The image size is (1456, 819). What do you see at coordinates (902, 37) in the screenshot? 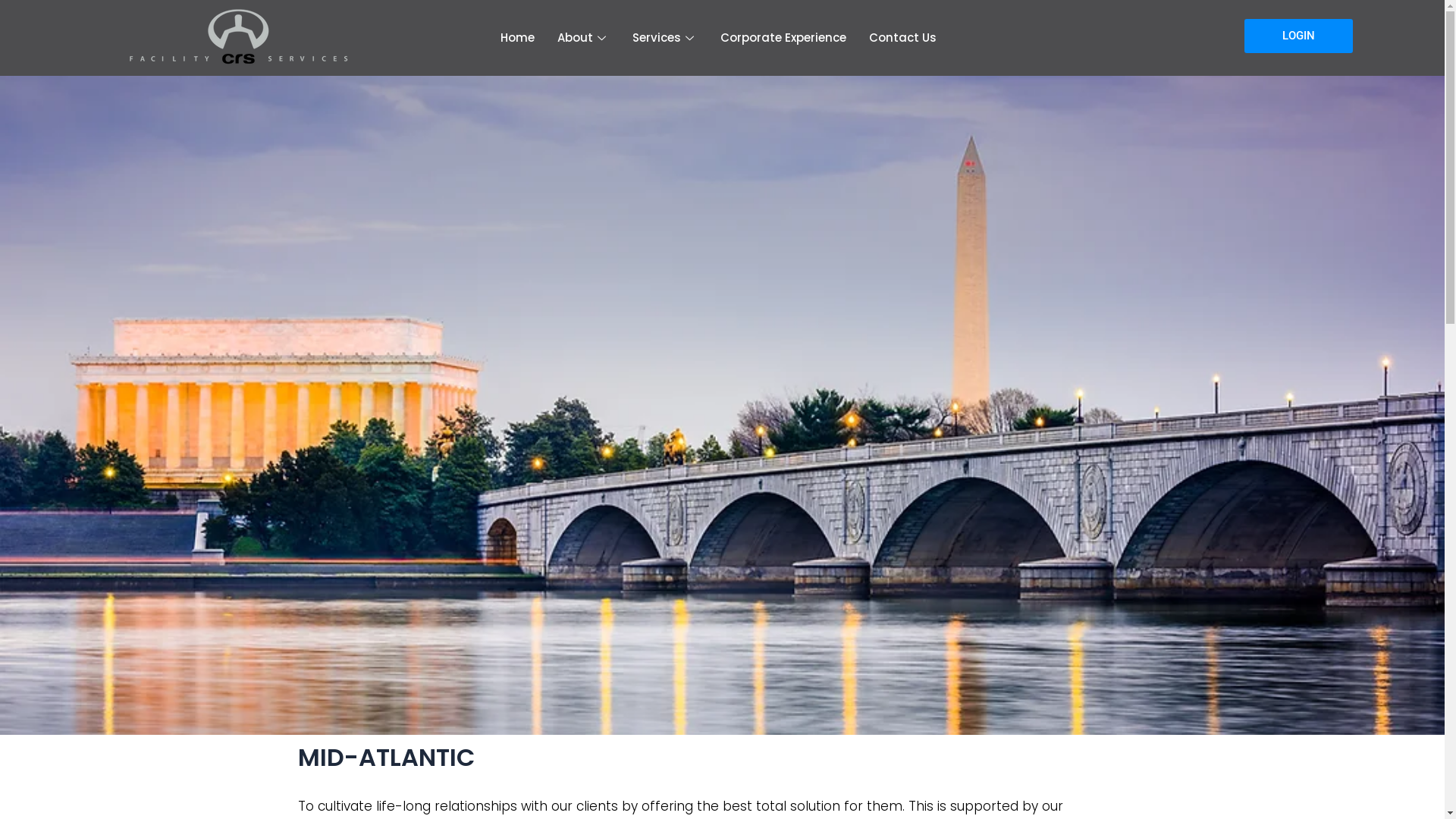
I see `'Contact Us'` at bounding box center [902, 37].